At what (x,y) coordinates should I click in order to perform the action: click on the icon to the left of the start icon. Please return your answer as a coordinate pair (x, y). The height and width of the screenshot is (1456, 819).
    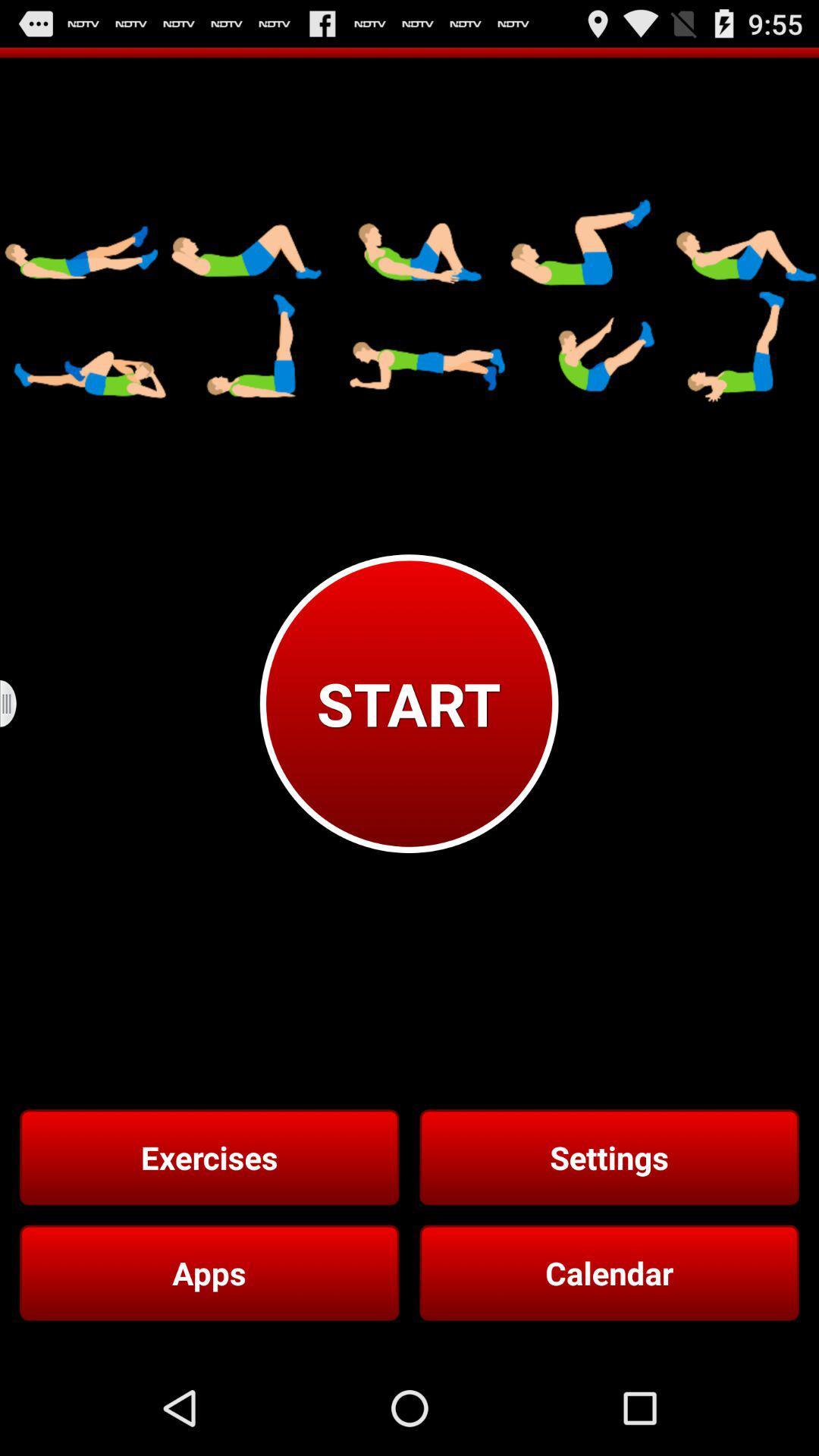
    Looking at the image, I should click on (17, 703).